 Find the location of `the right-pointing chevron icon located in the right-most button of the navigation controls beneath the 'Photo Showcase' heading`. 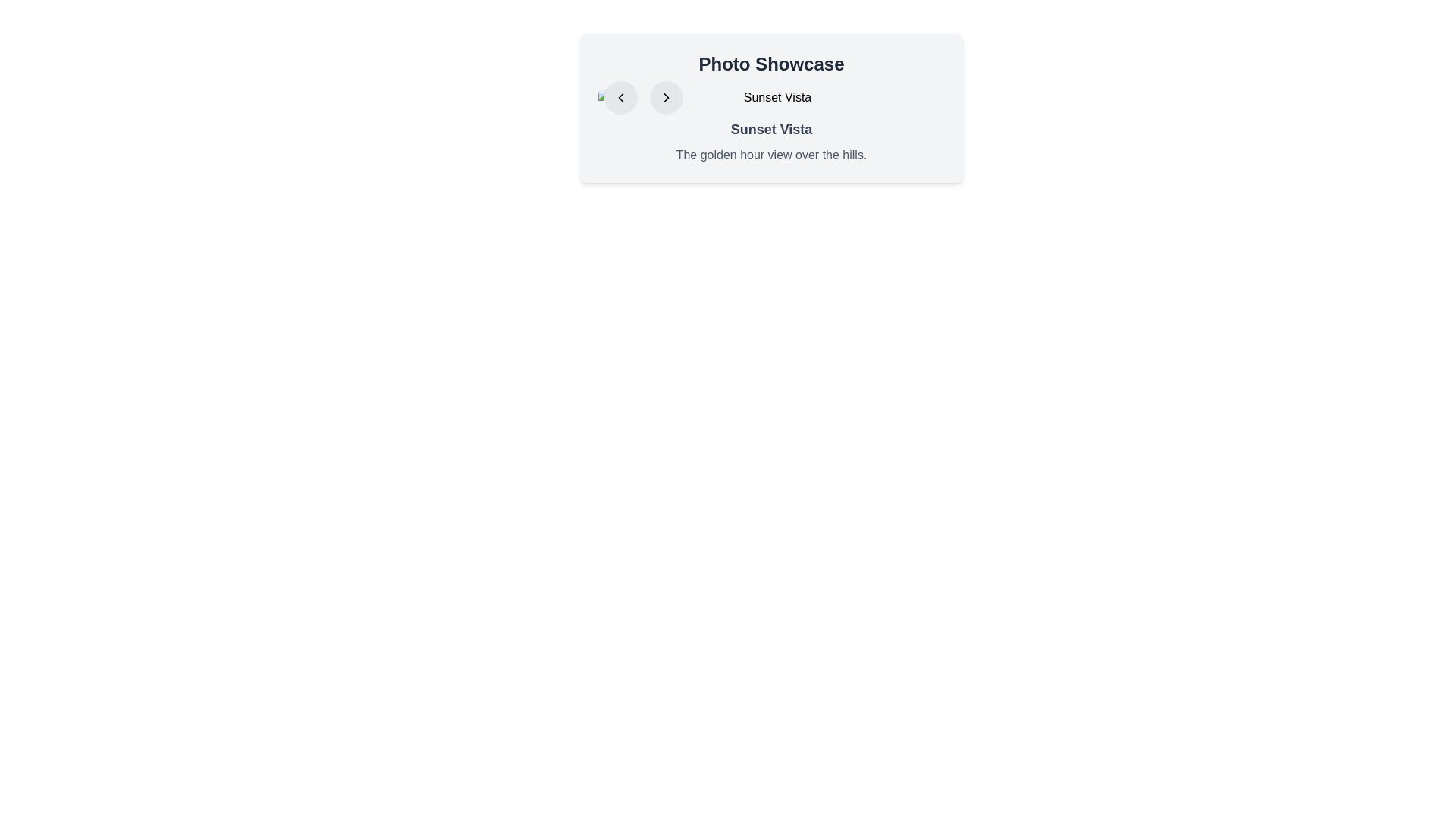

the right-pointing chevron icon located in the right-most button of the navigation controls beneath the 'Photo Showcase' heading is located at coordinates (666, 97).